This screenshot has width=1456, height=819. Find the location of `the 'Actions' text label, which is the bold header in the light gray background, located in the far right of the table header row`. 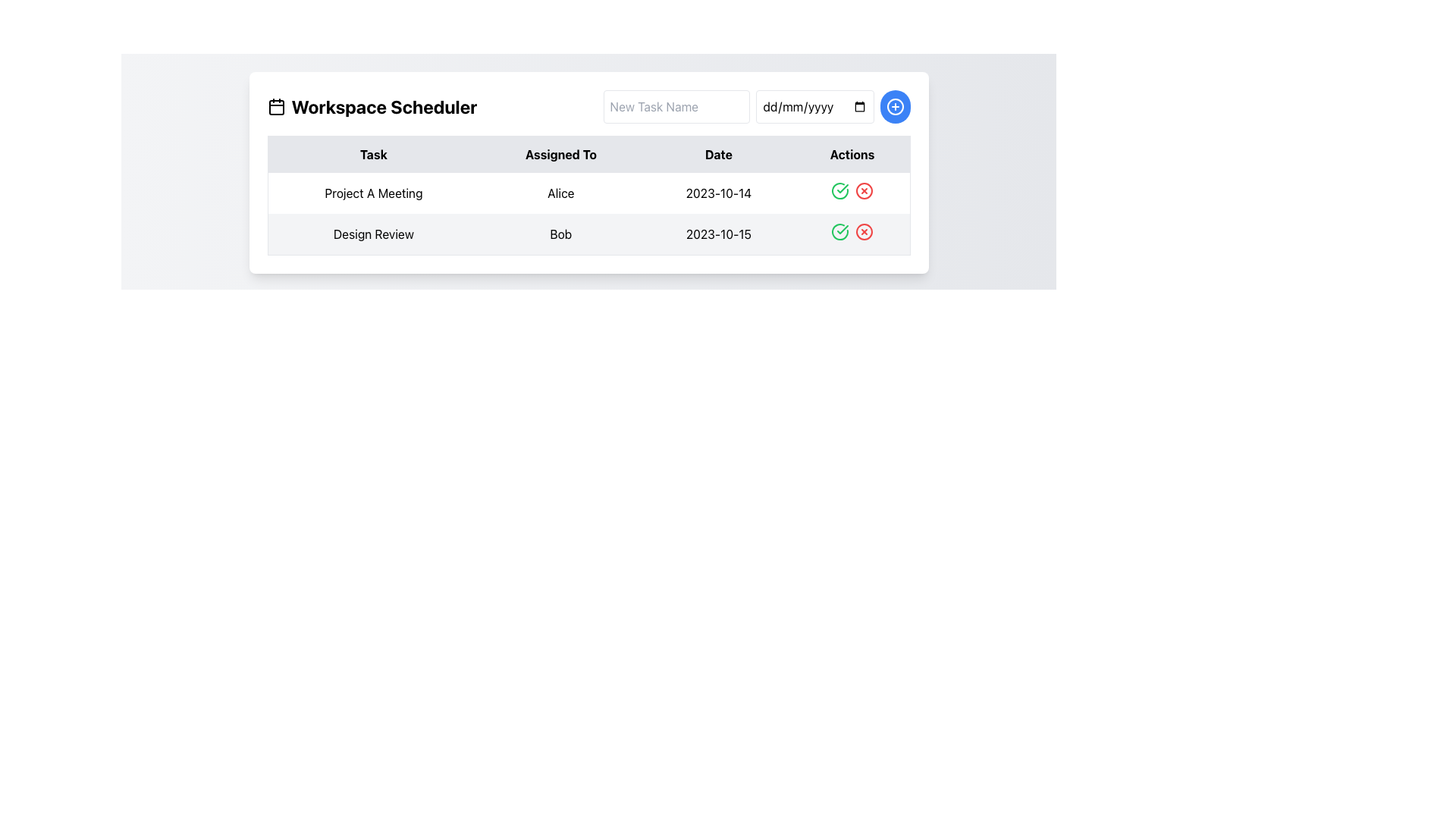

the 'Actions' text label, which is the bold header in the light gray background, located in the far right of the table header row is located at coordinates (852, 154).